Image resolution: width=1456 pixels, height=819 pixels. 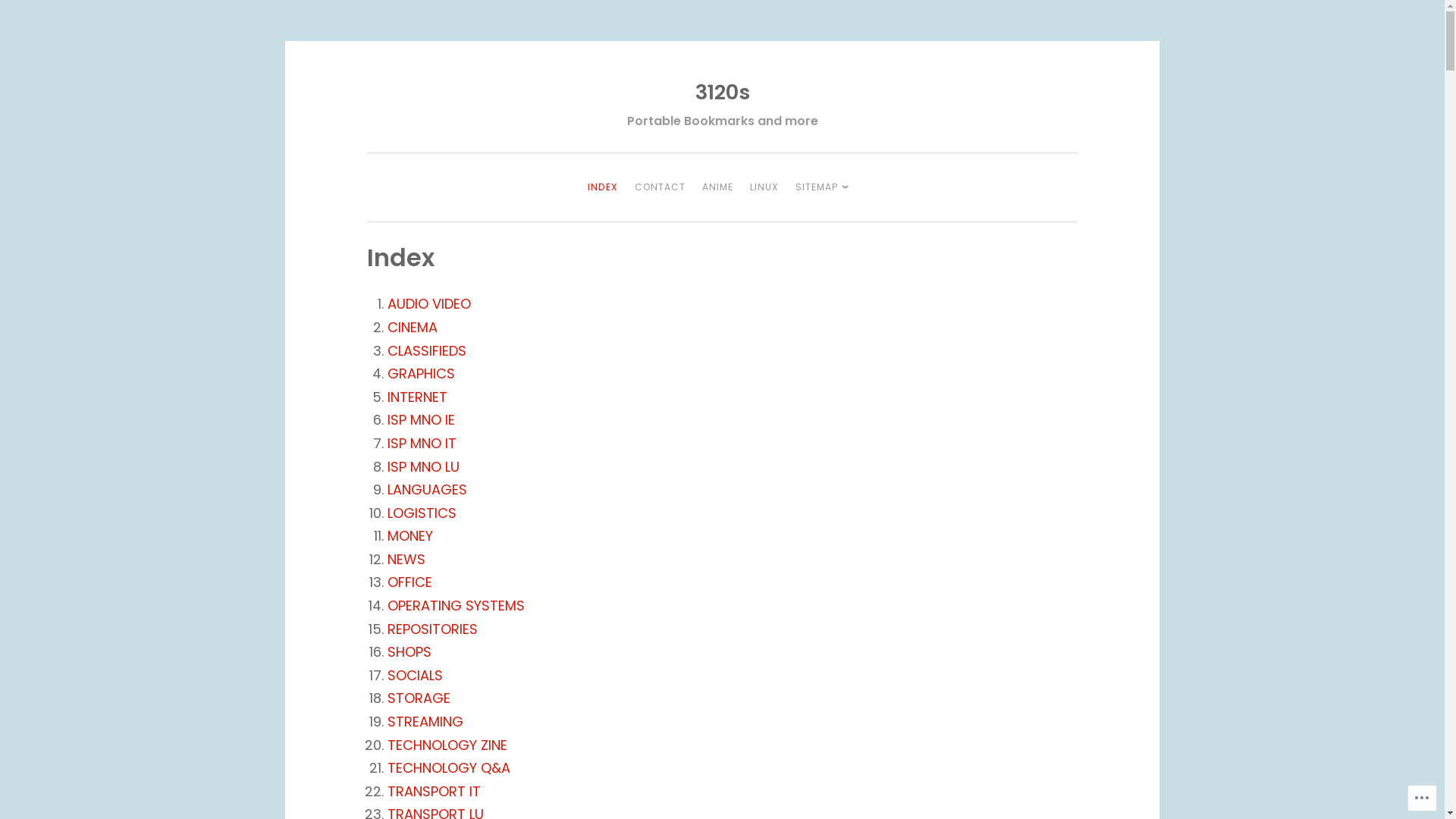 What do you see at coordinates (387, 767) in the screenshot?
I see `'TECHNOLOGY Q&A'` at bounding box center [387, 767].